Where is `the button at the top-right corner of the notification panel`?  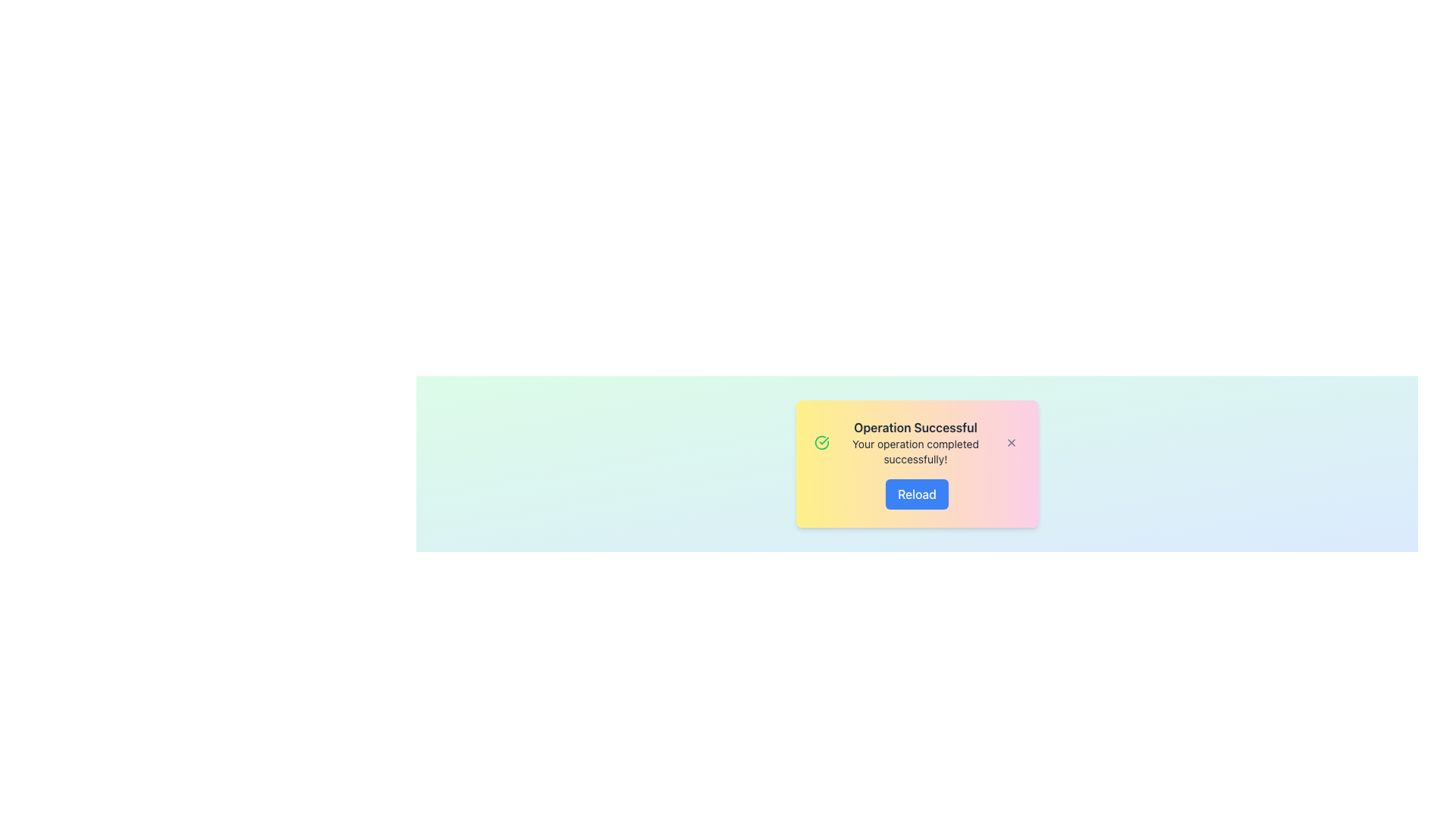
the button at the top-right corner of the notification panel is located at coordinates (1011, 442).